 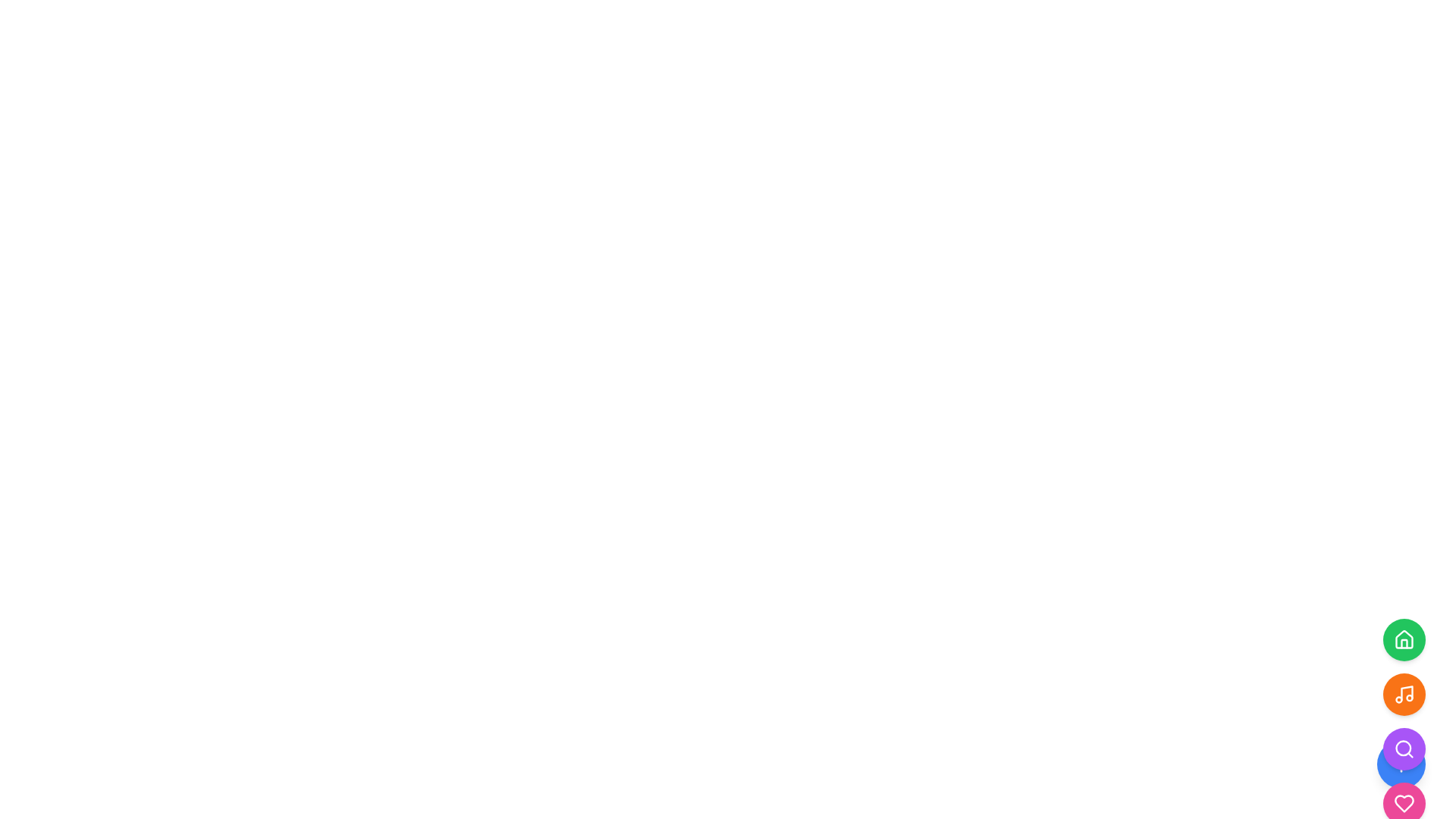 What do you see at coordinates (1404, 803) in the screenshot?
I see `the circular icon button located at the far right of the interface, positioned at the bottom of a vertical stack of similar buttons for liking or marking items as favorites` at bounding box center [1404, 803].